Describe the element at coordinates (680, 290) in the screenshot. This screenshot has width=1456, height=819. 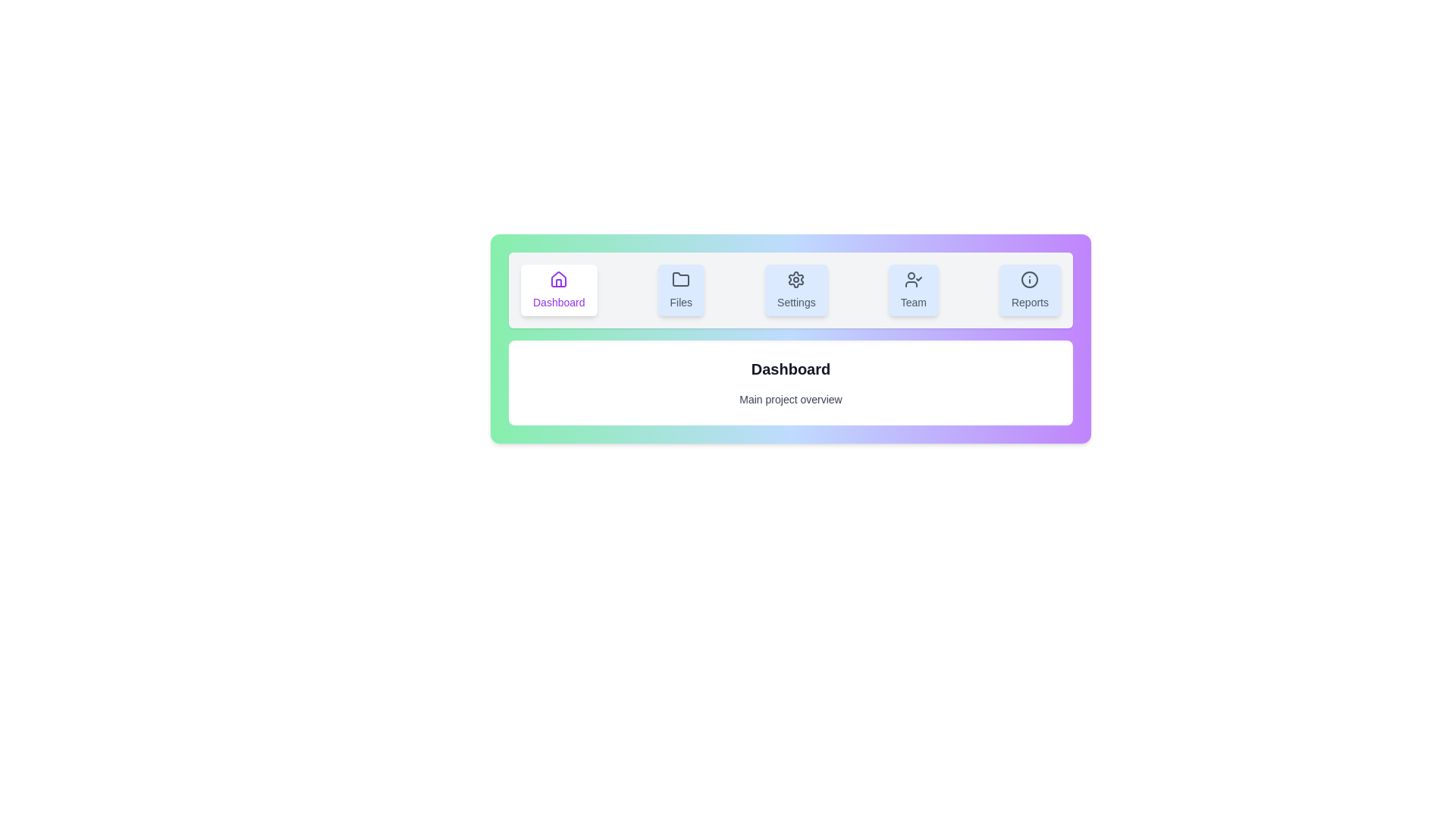
I see `the tab labeled Files by clicking on it` at that location.